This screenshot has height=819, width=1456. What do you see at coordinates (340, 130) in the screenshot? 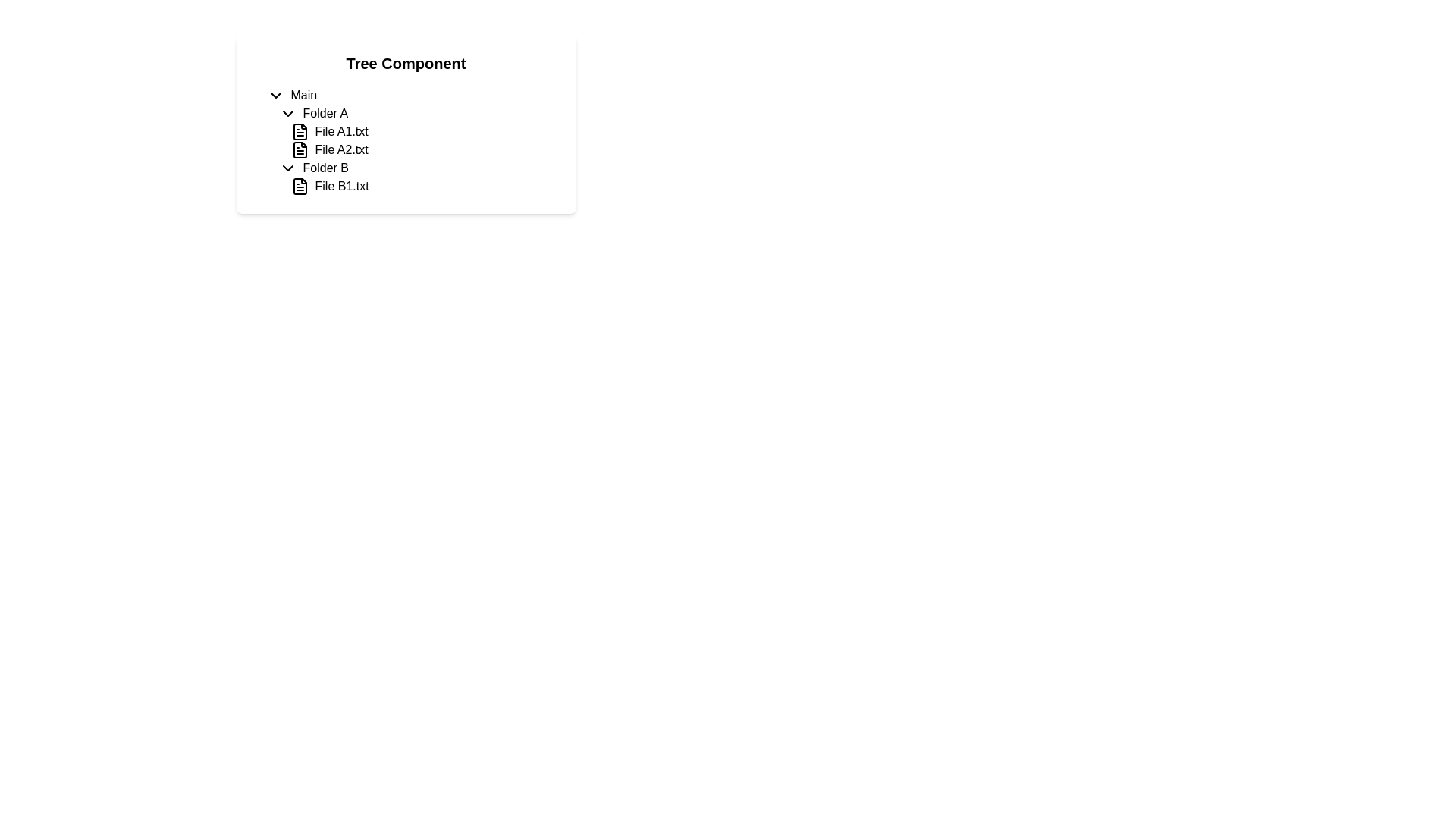
I see `the Text Label representing the name of a file, which is the first item under 'Folder A' in the tree component, located to the right of a file icon` at bounding box center [340, 130].